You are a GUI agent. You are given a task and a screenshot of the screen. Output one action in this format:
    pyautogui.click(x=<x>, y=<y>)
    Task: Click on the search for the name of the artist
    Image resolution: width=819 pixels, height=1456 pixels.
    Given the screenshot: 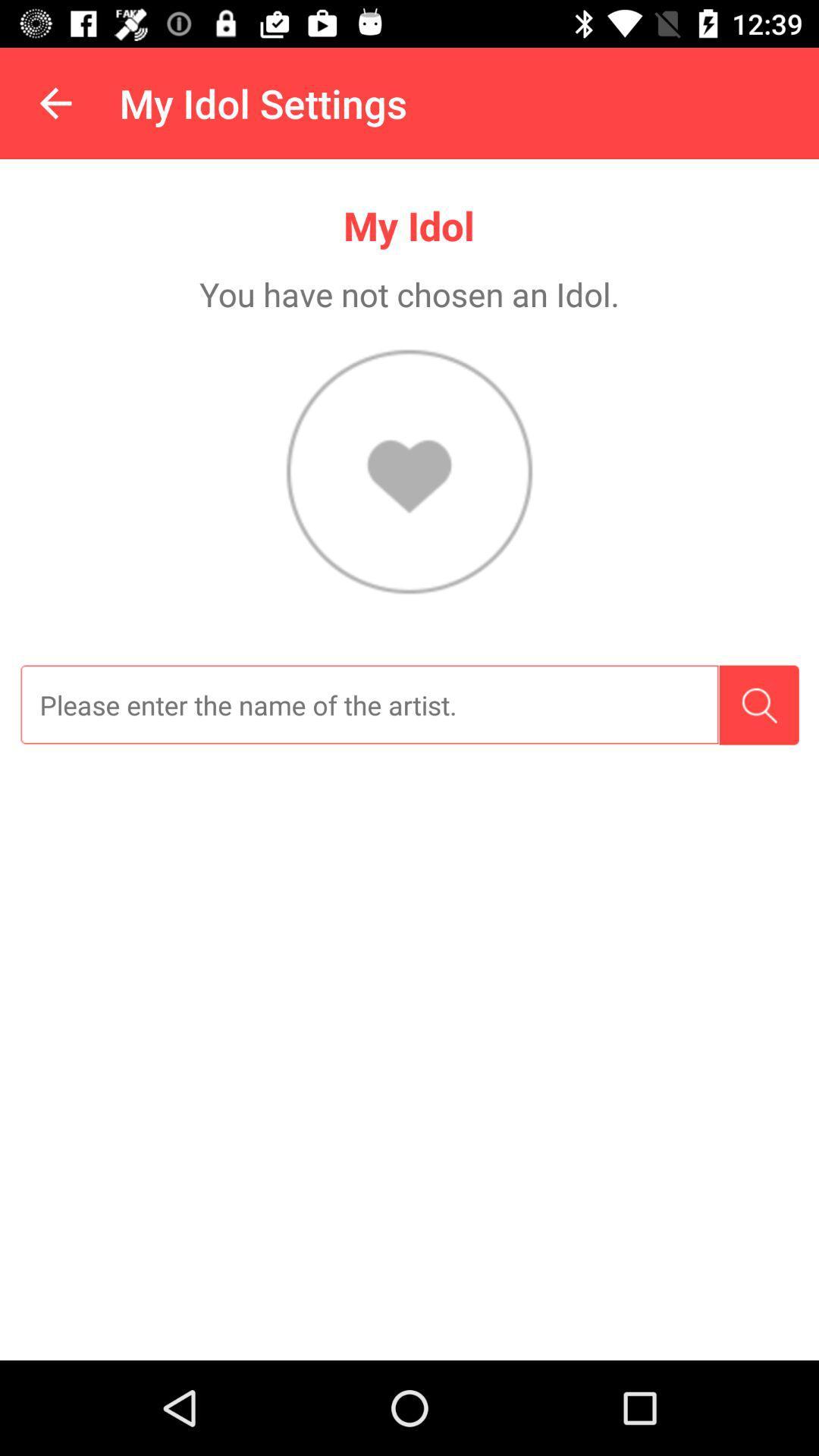 What is the action you would take?
    pyautogui.click(x=369, y=704)
    